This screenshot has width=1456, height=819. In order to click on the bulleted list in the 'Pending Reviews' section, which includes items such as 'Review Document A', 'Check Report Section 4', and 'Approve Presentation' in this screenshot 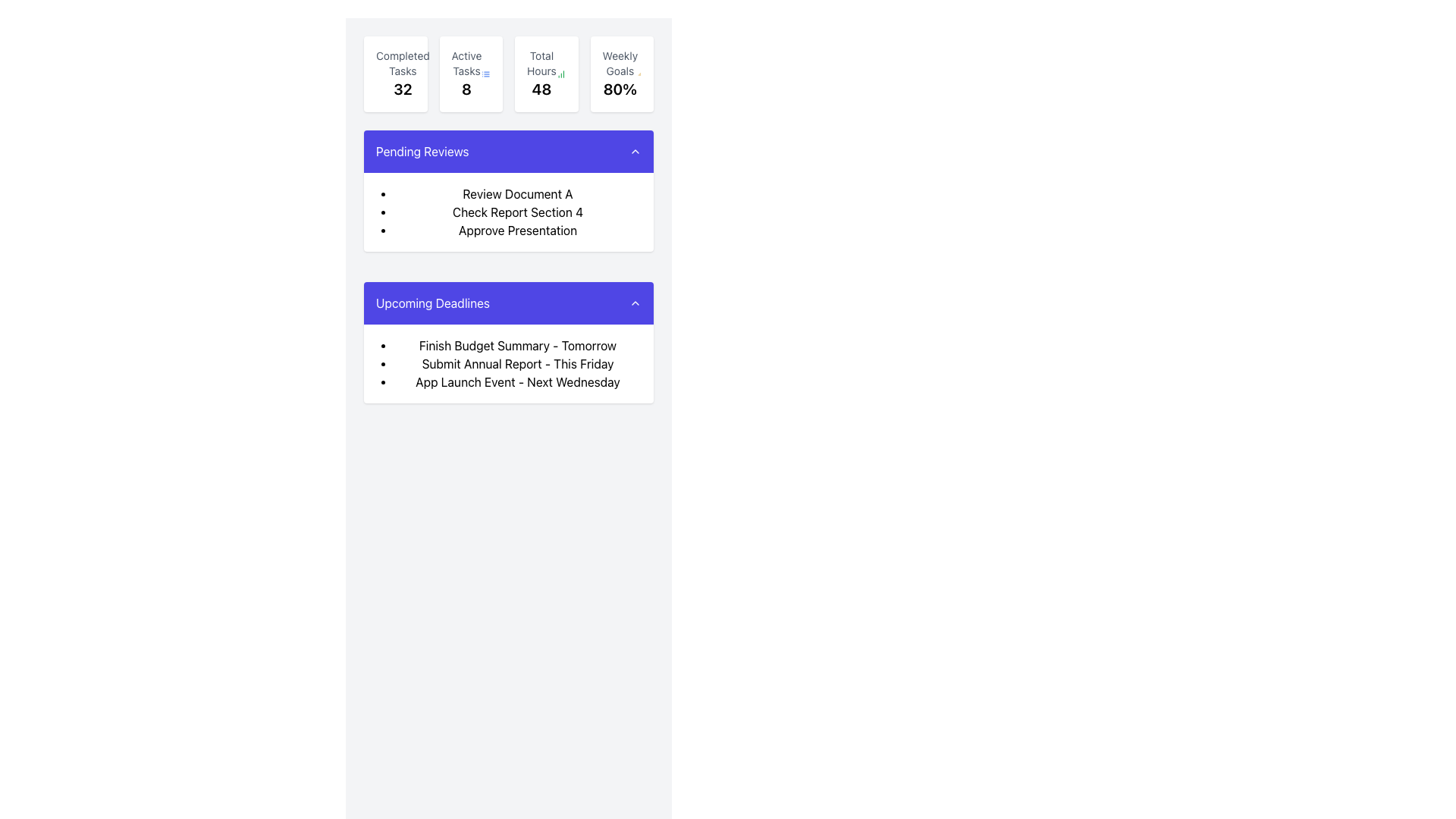, I will do `click(509, 212)`.